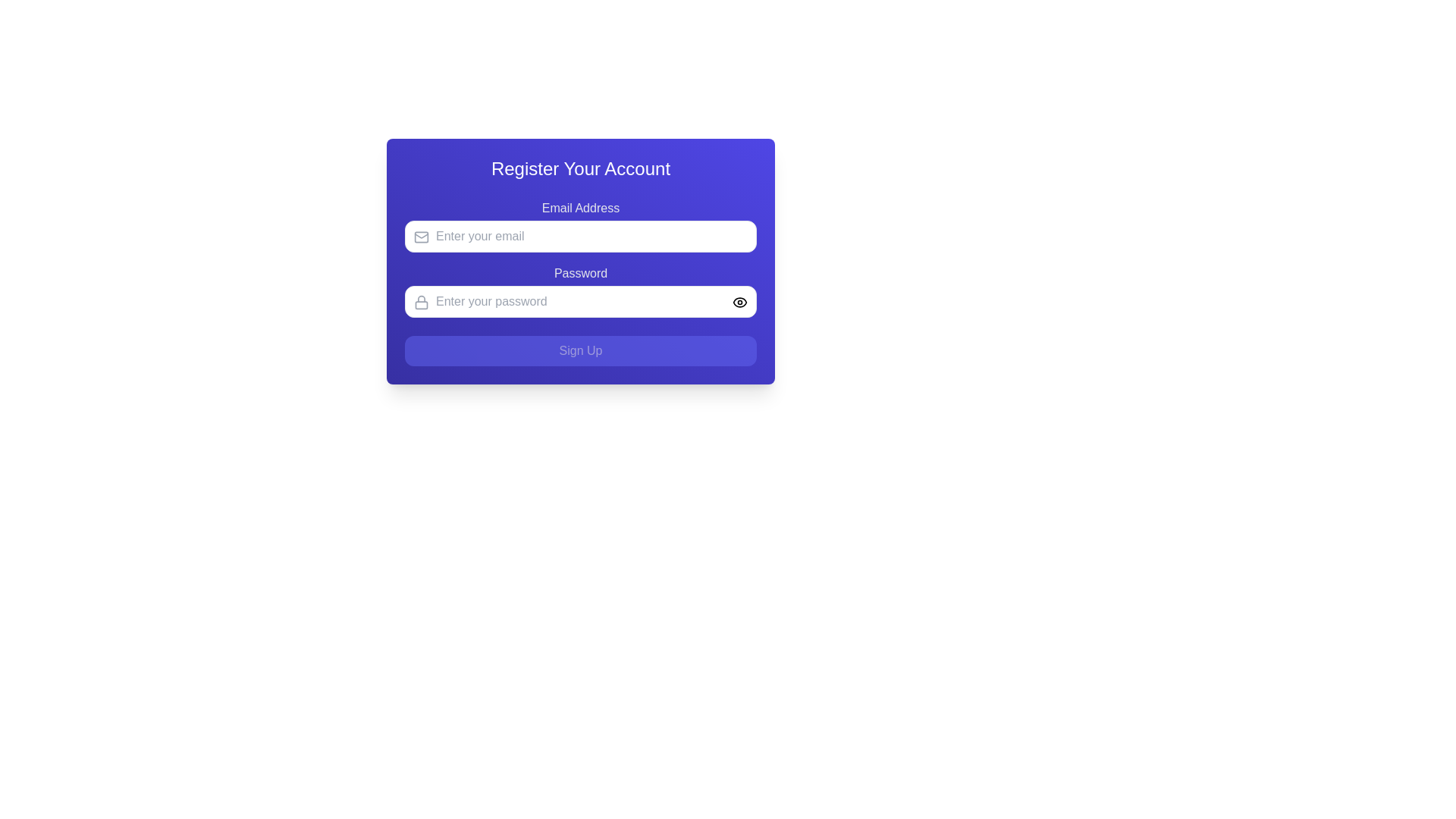  I want to click on label text 'Password' which is displayed in light gray above the password input field, to understand the purpose of the input field, so click(580, 274).